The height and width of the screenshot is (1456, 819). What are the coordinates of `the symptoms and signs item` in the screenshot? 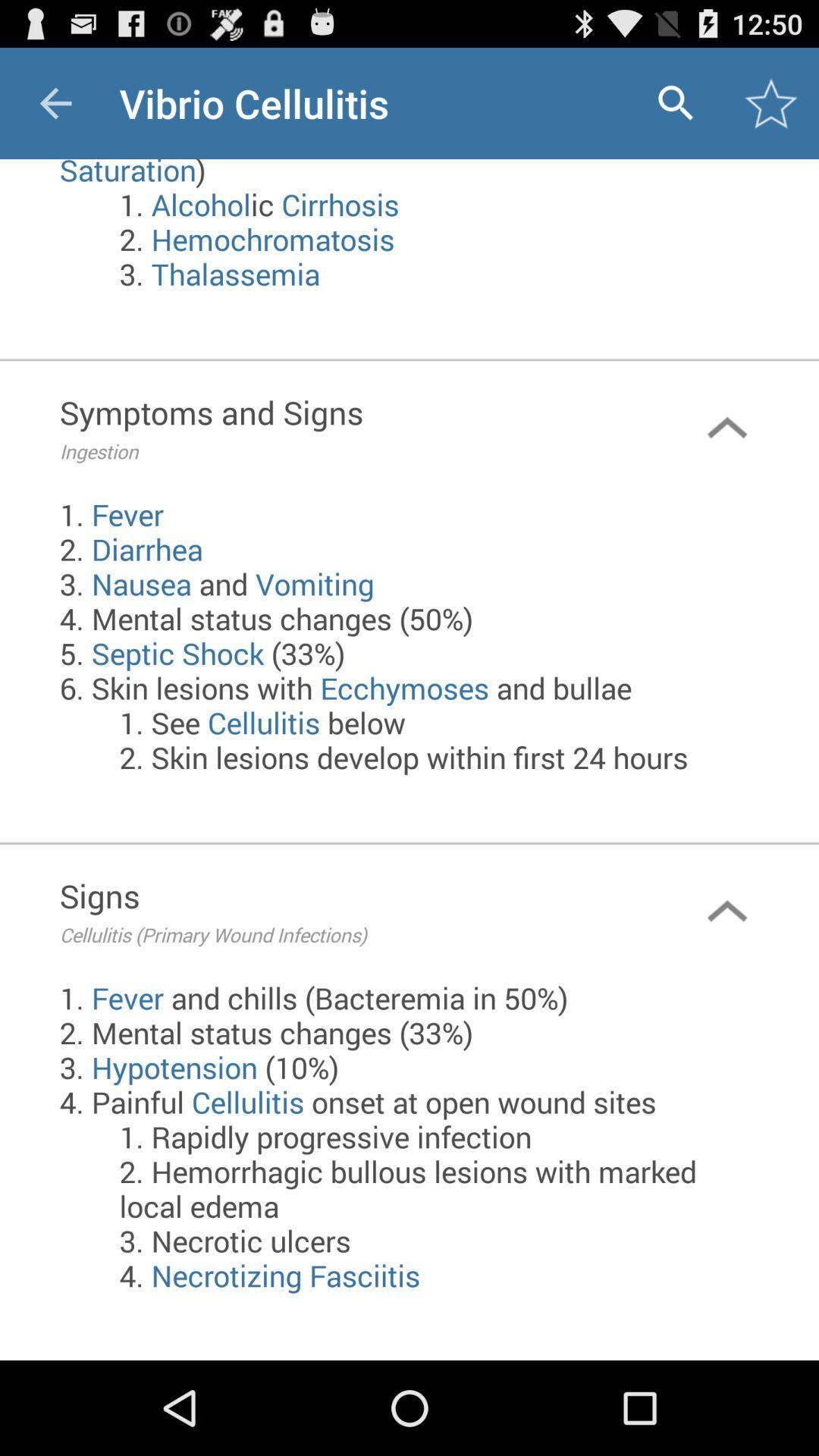 It's located at (347, 427).